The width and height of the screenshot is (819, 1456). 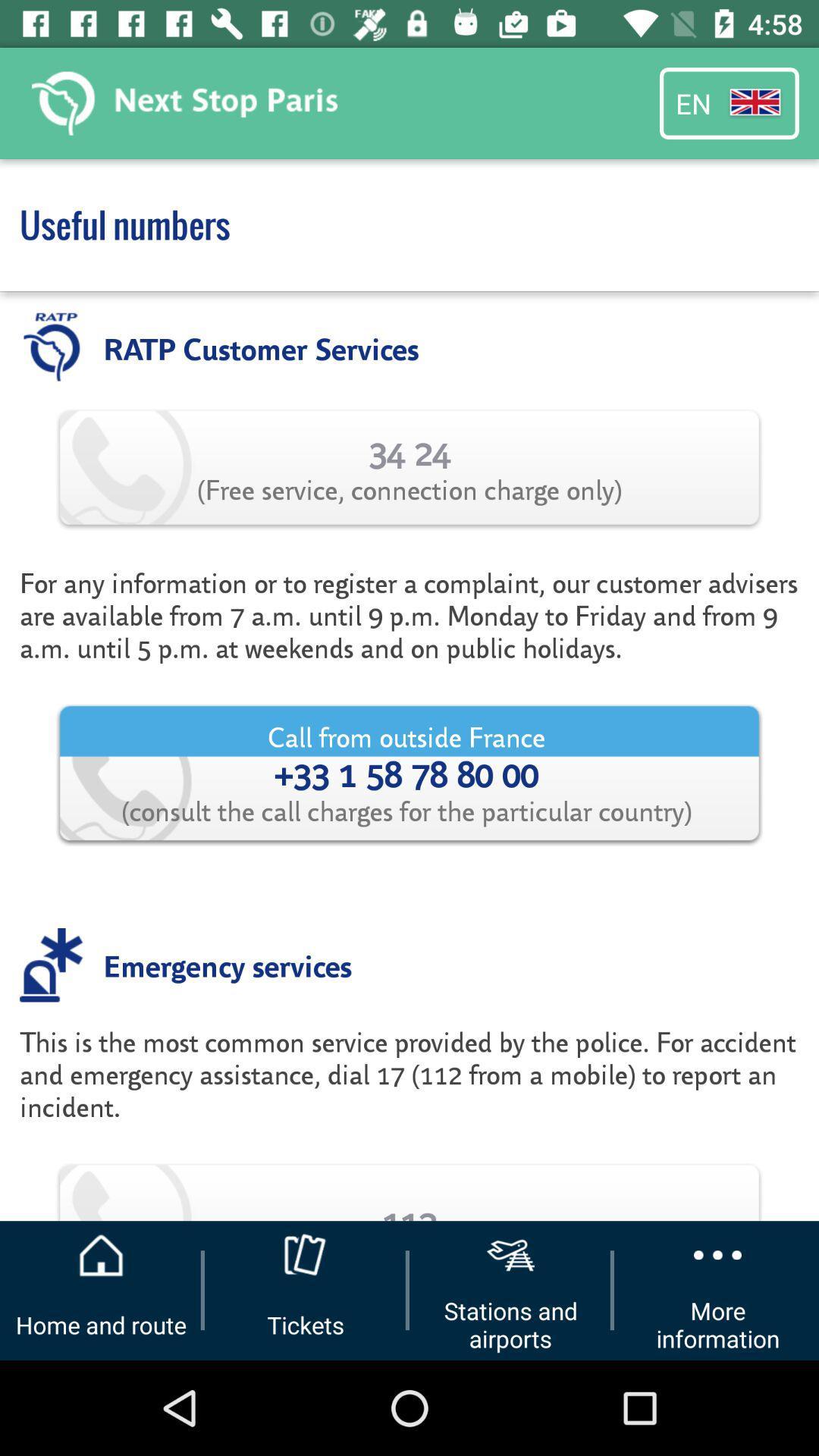 I want to click on the call from outside app, so click(x=409, y=773).